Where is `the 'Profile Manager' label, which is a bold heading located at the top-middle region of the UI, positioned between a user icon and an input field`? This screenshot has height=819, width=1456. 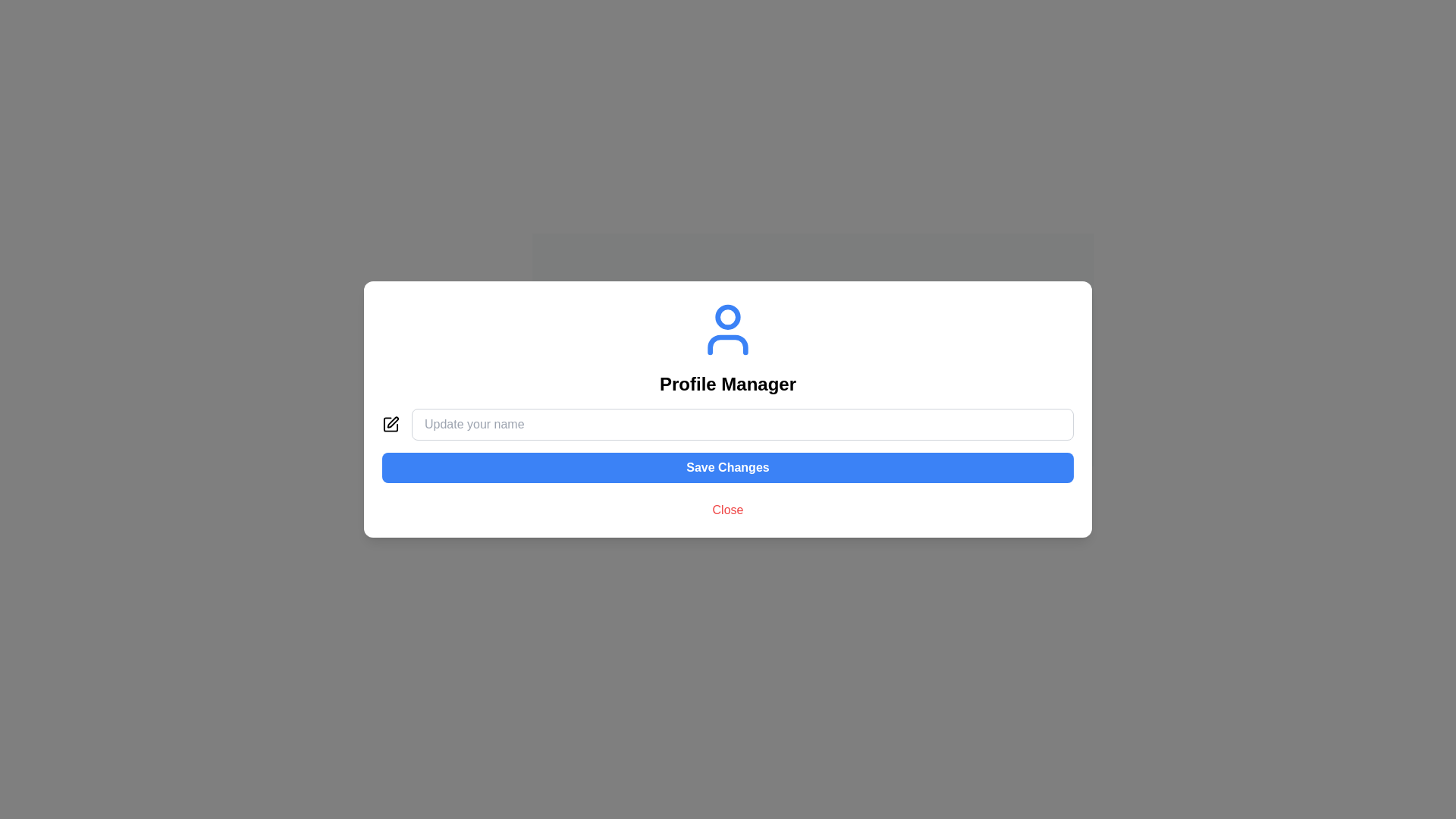 the 'Profile Manager' label, which is a bold heading located at the top-middle region of the UI, positioned between a user icon and an input field is located at coordinates (728, 383).